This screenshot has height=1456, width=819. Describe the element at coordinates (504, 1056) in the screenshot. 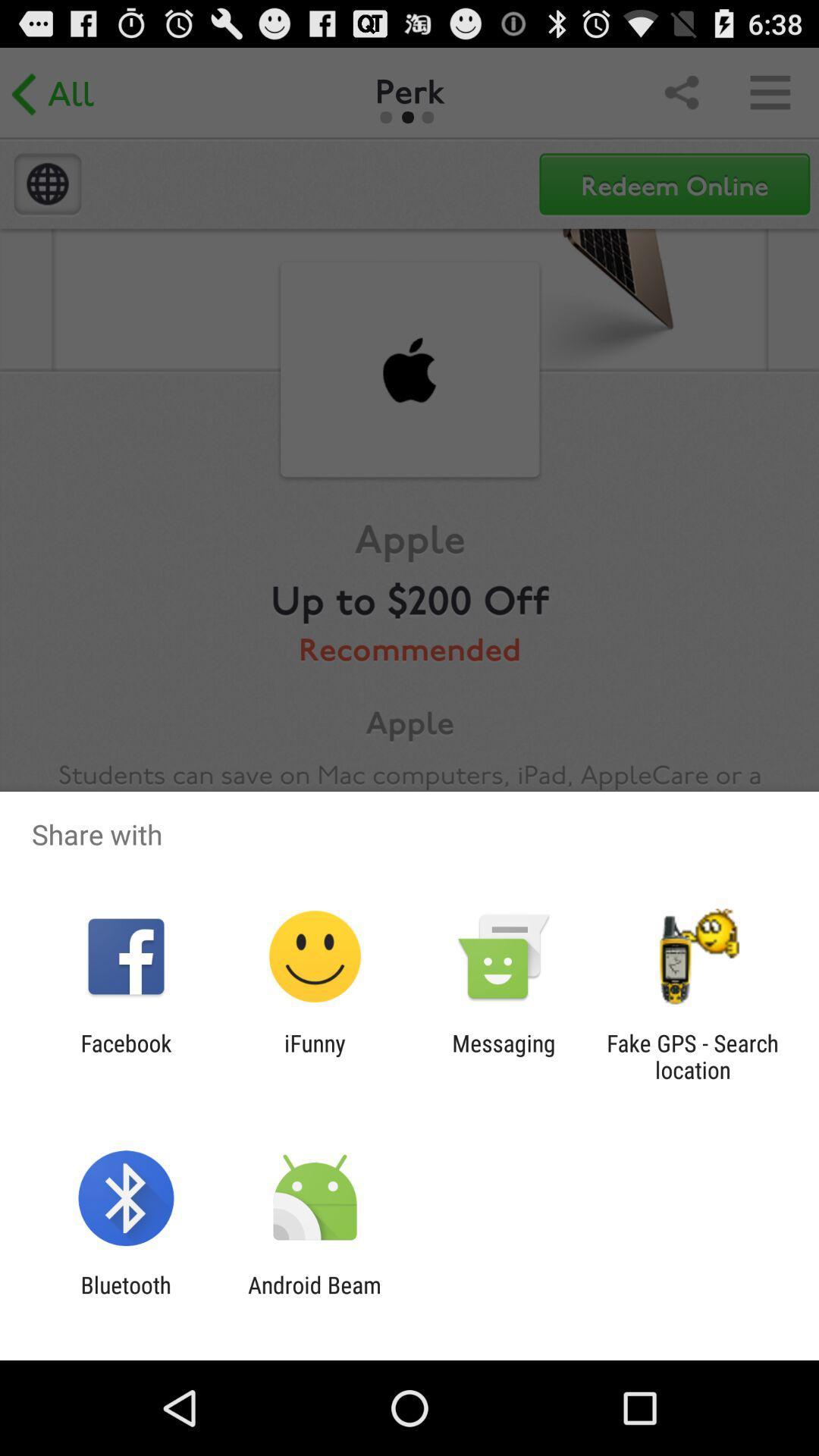

I see `the app to the right of the ifunny` at that location.